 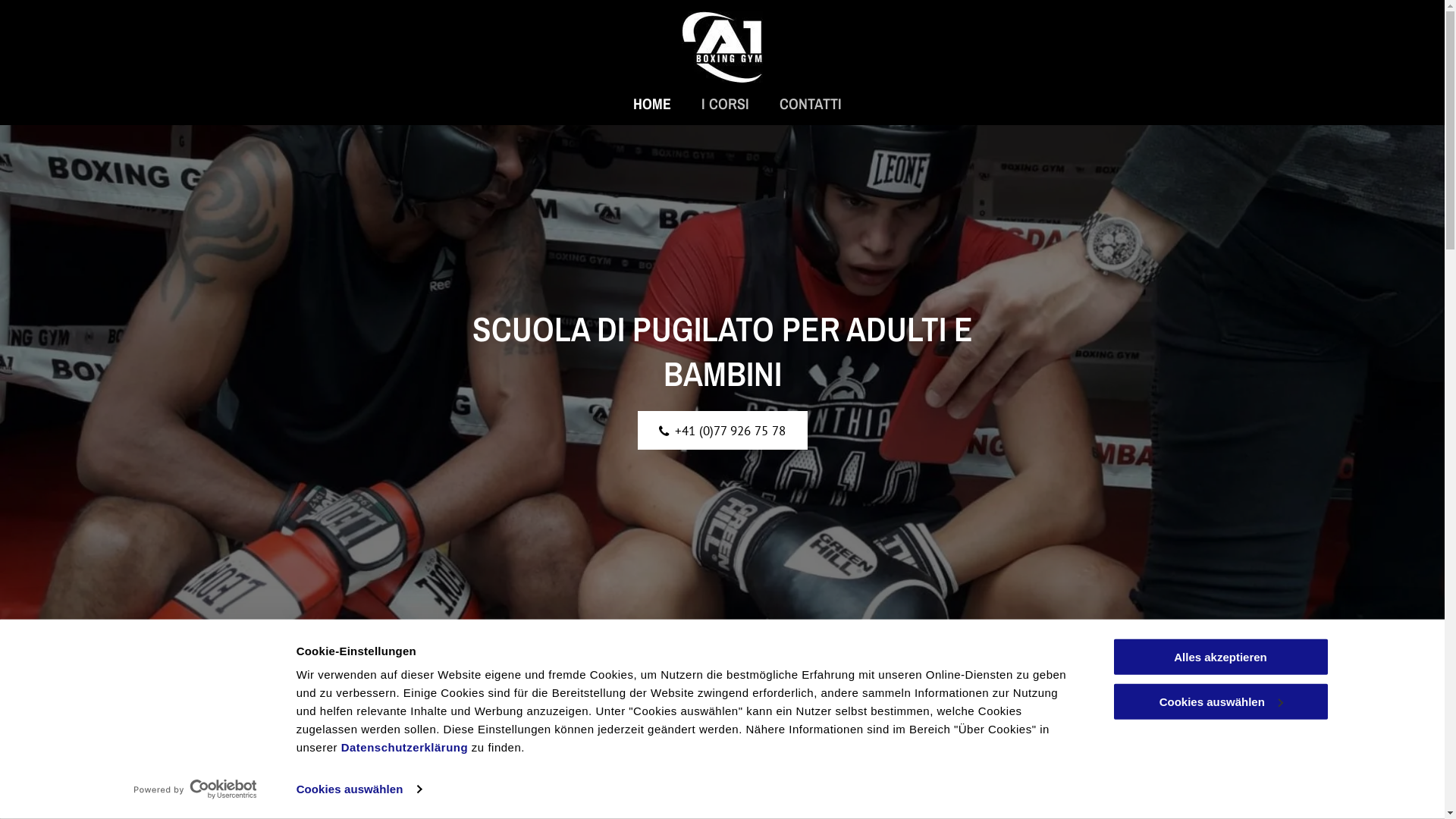 I want to click on 'CONTATTI', so click(x=810, y=102).